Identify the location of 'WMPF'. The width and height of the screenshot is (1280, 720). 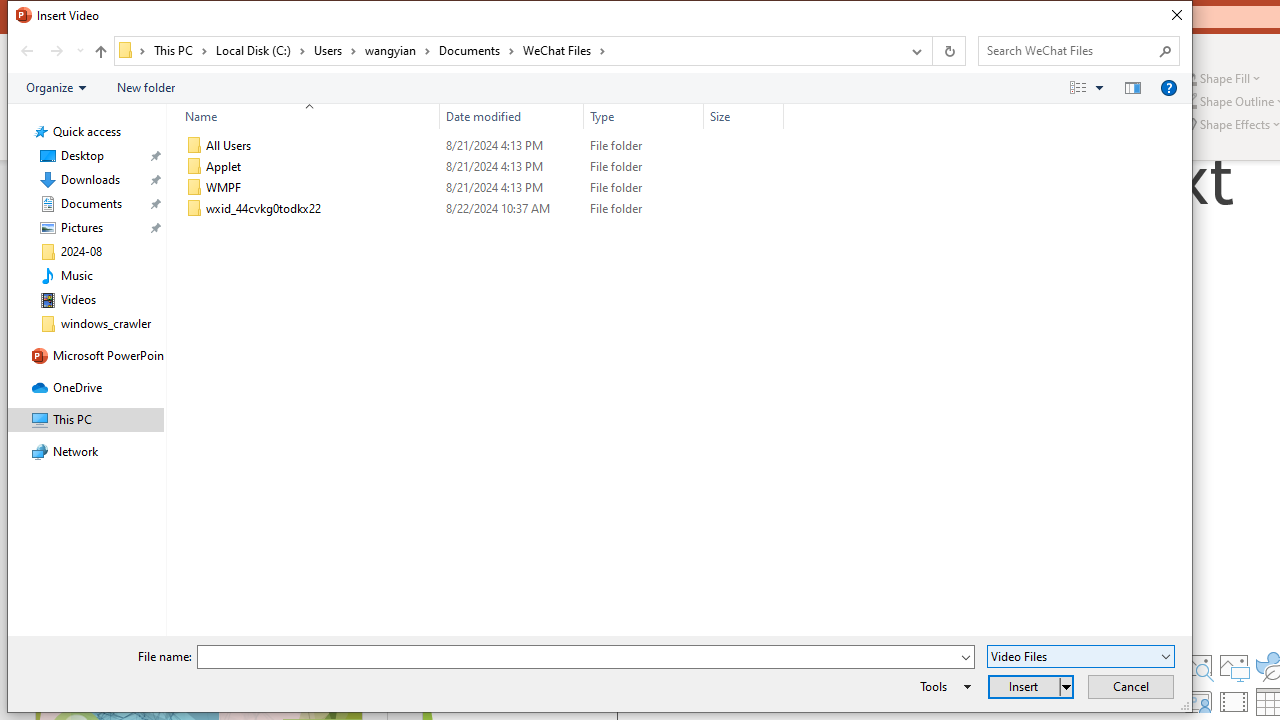
(480, 187).